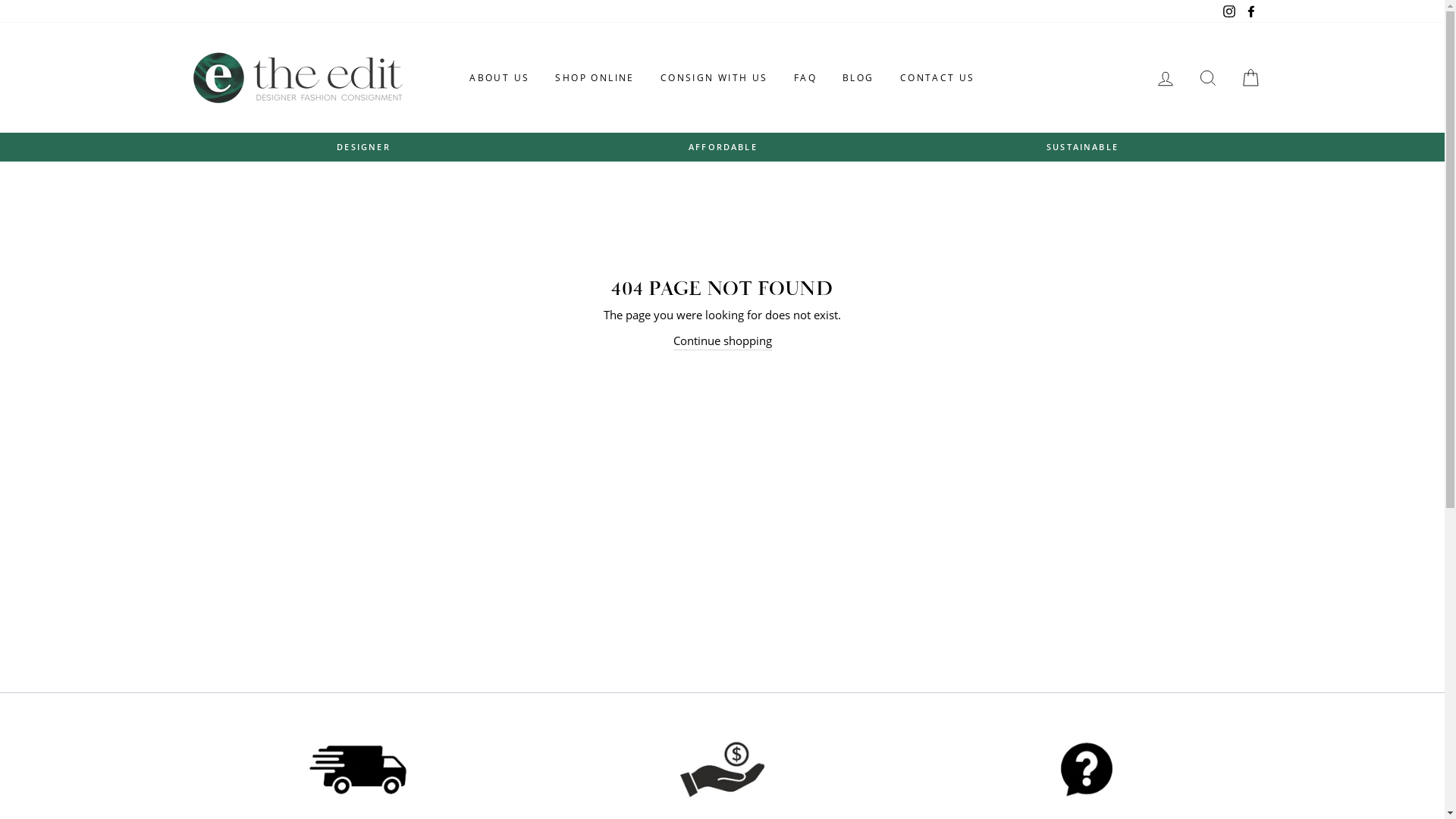  I want to click on 'CONSIGN WITH US', so click(713, 78).